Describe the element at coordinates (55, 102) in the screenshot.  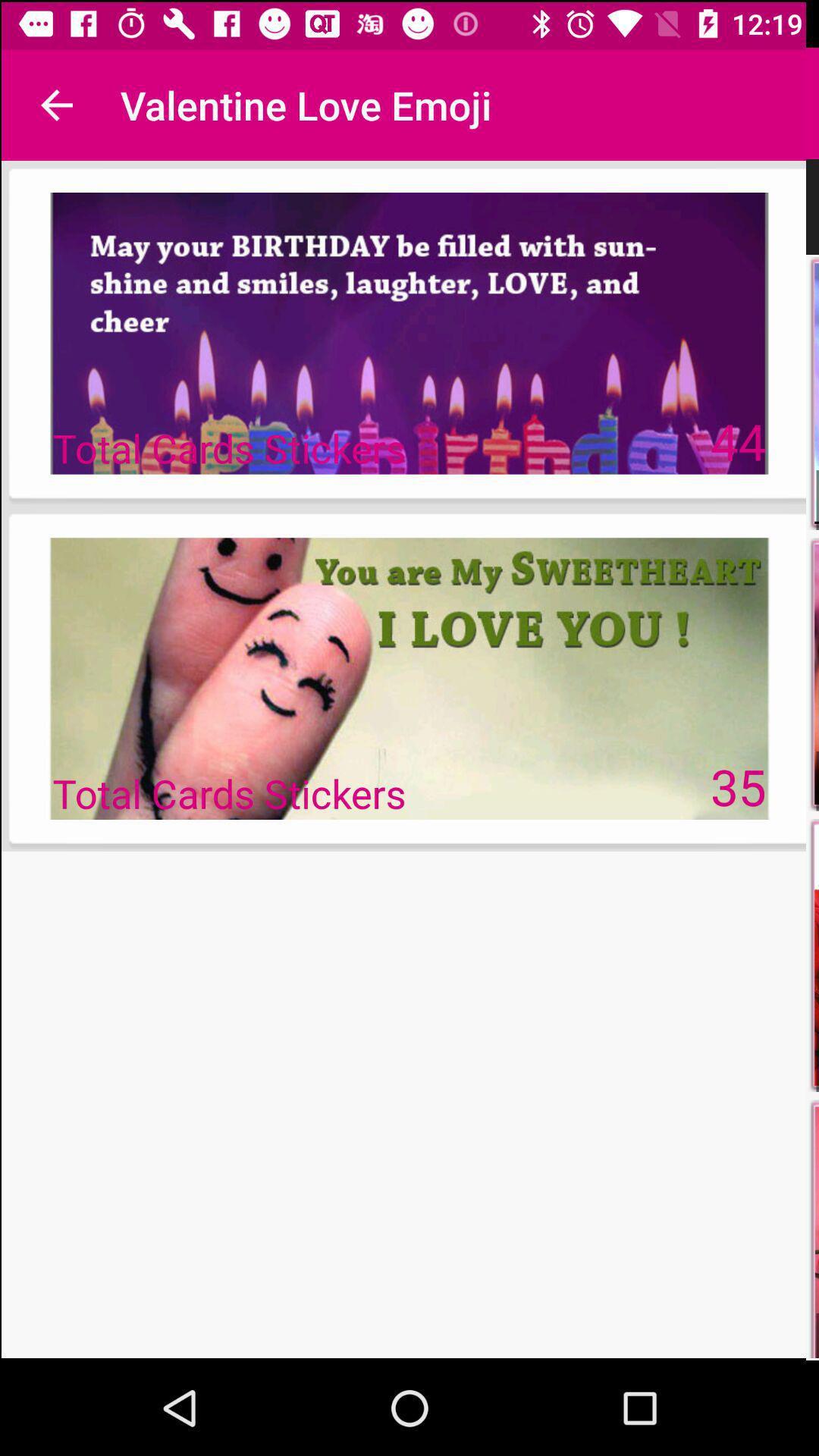
I see `icon to the left of the valentine love emoji app` at that location.